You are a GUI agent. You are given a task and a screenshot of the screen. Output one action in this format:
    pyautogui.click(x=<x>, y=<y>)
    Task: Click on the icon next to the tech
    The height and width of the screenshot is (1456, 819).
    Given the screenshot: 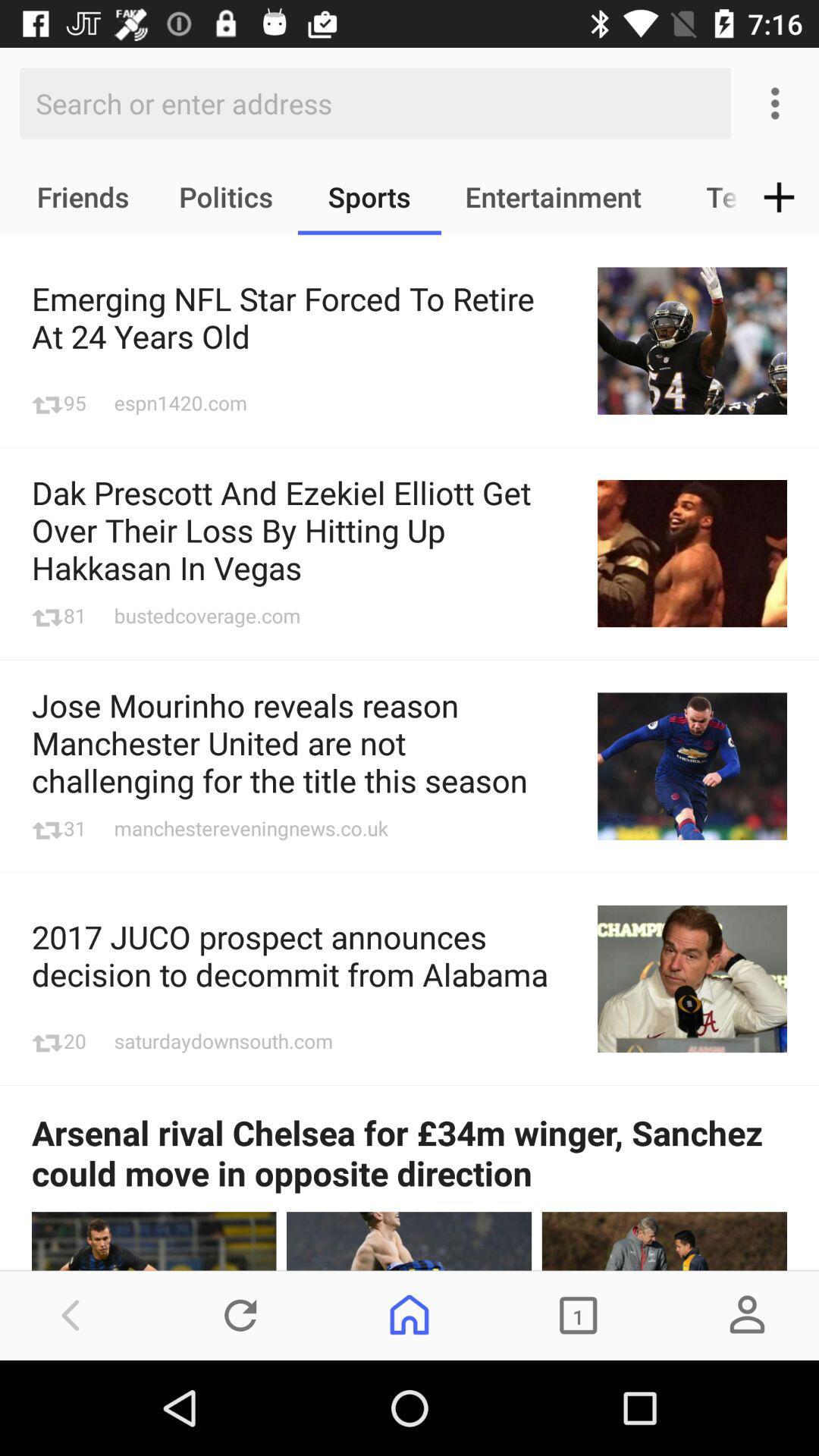 What is the action you would take?
    pyautogui.click(x=779, y=196)
    